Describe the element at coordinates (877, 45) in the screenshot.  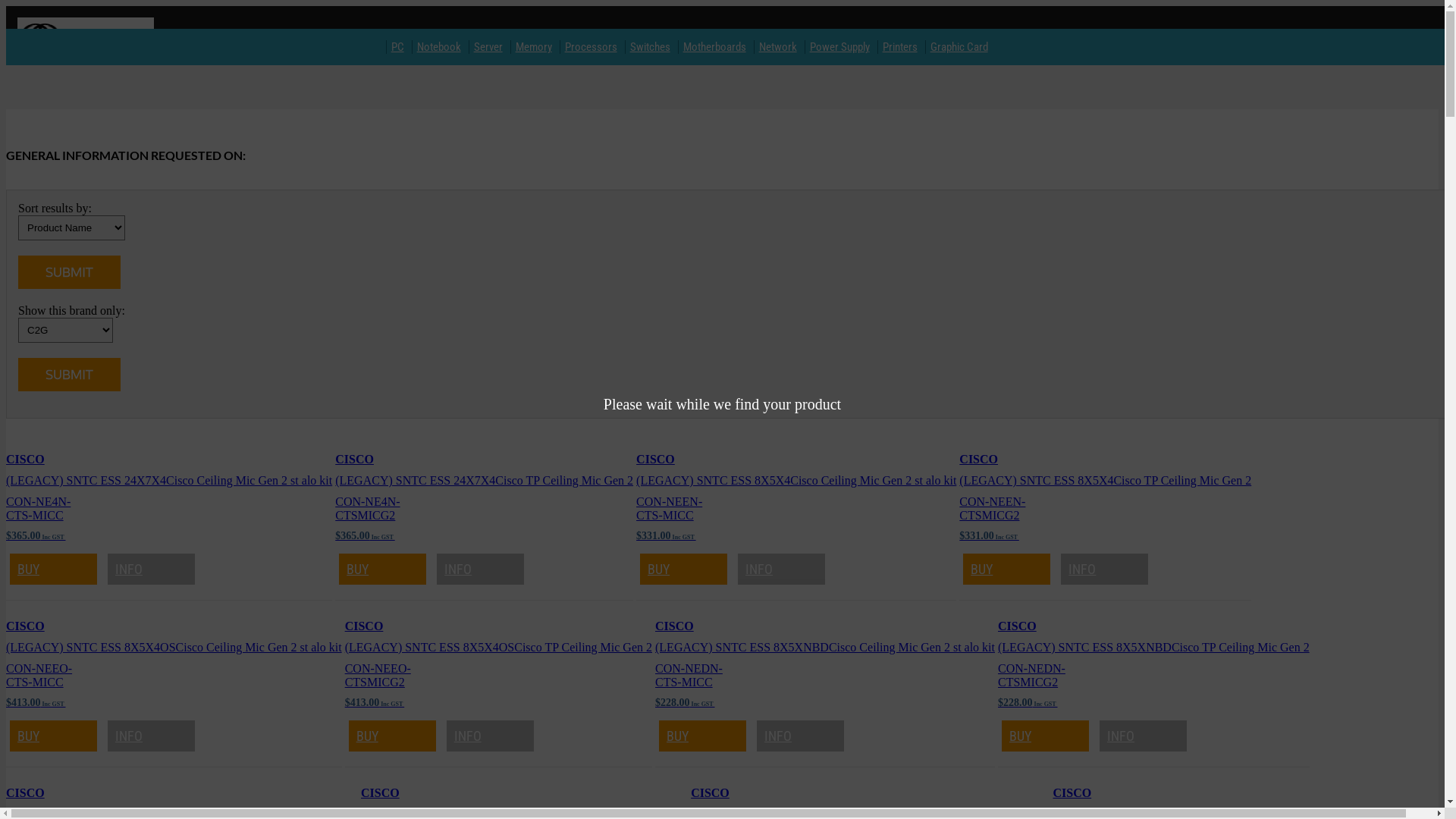
I see `'Printers'` at that location.